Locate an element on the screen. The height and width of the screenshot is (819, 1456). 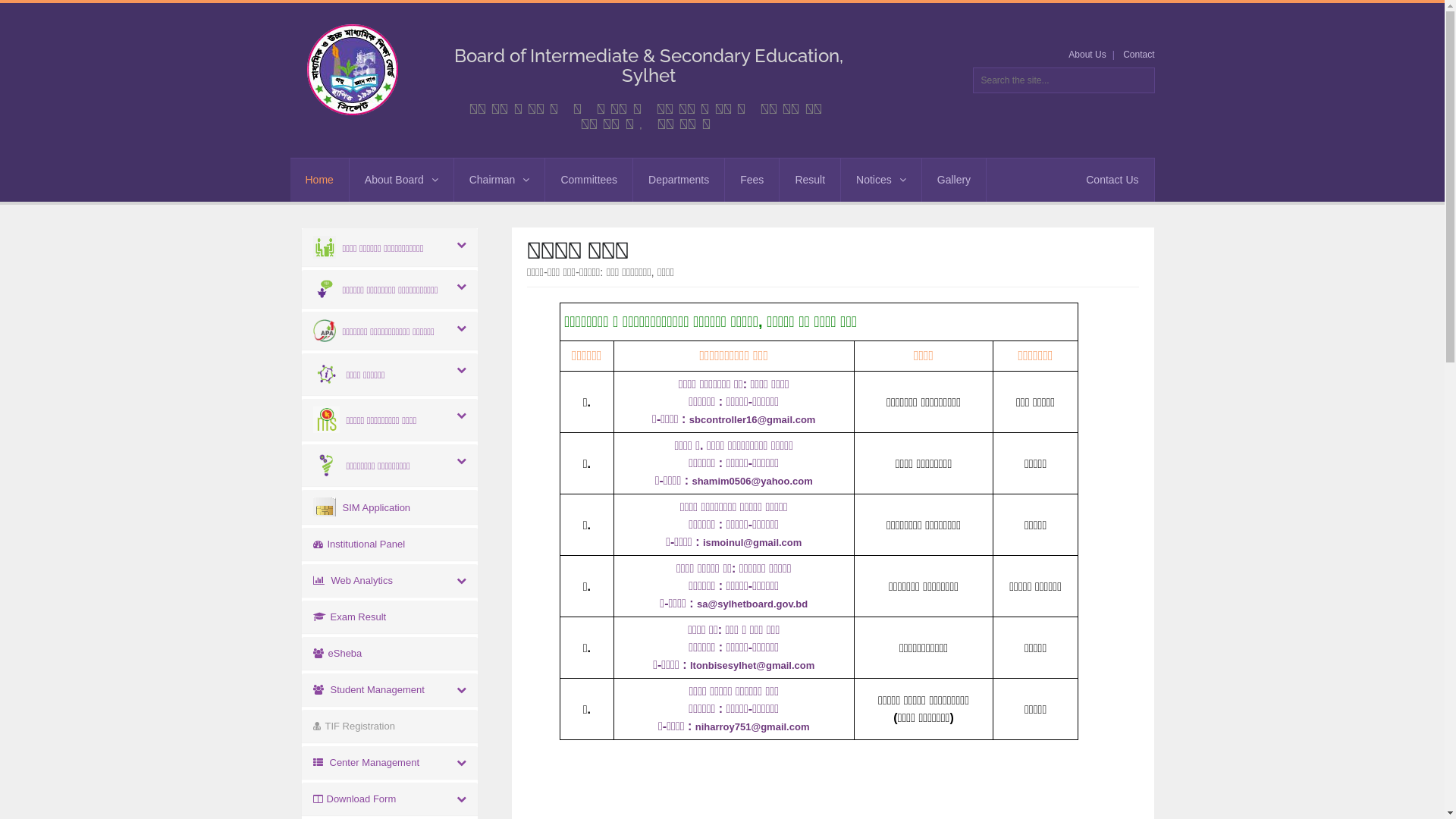
'Chairman' is located at coordinates (453, 179).